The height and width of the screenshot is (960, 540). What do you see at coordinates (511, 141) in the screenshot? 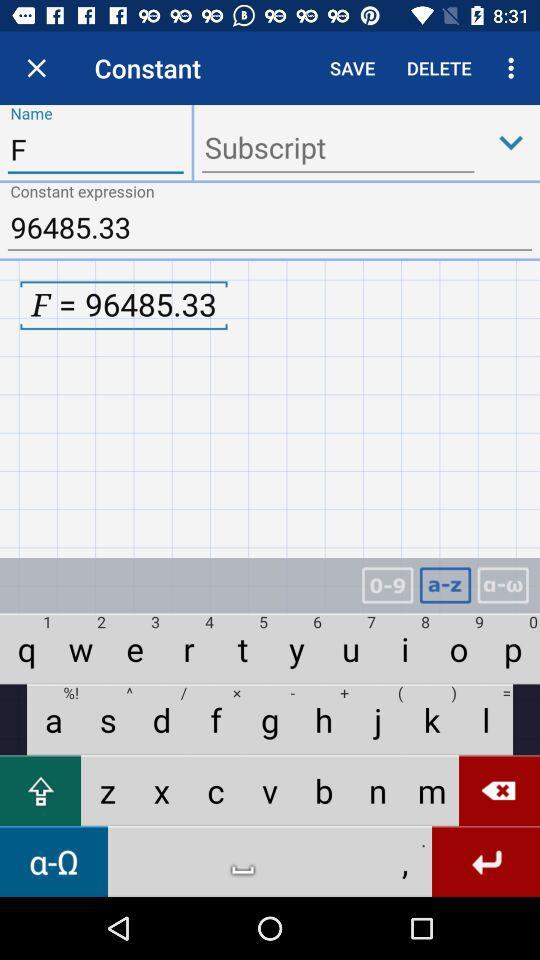
I see `download option` at bounding box center [511, 141].